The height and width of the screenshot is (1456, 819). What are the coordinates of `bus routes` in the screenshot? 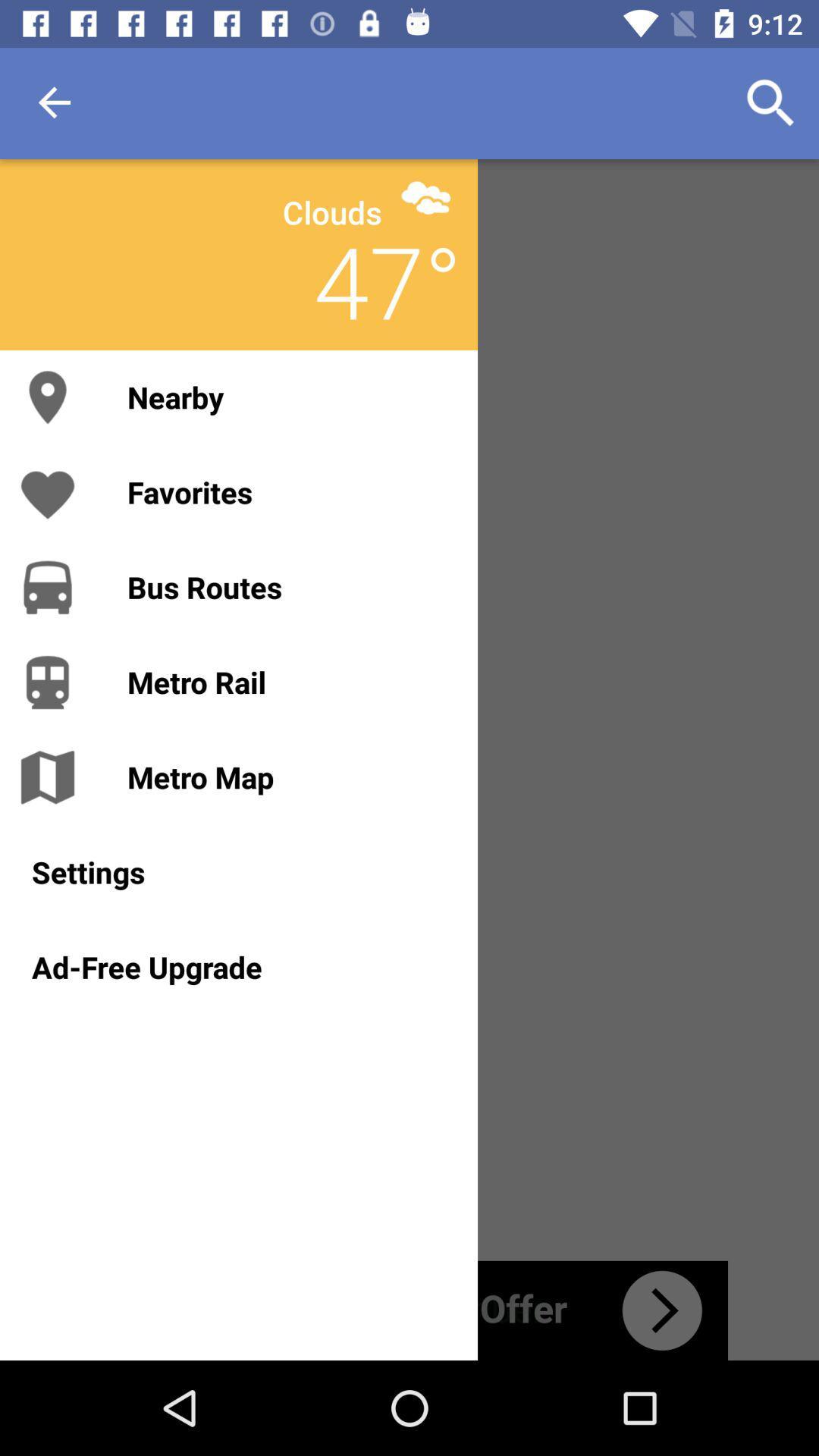 It's located at (287, 586).